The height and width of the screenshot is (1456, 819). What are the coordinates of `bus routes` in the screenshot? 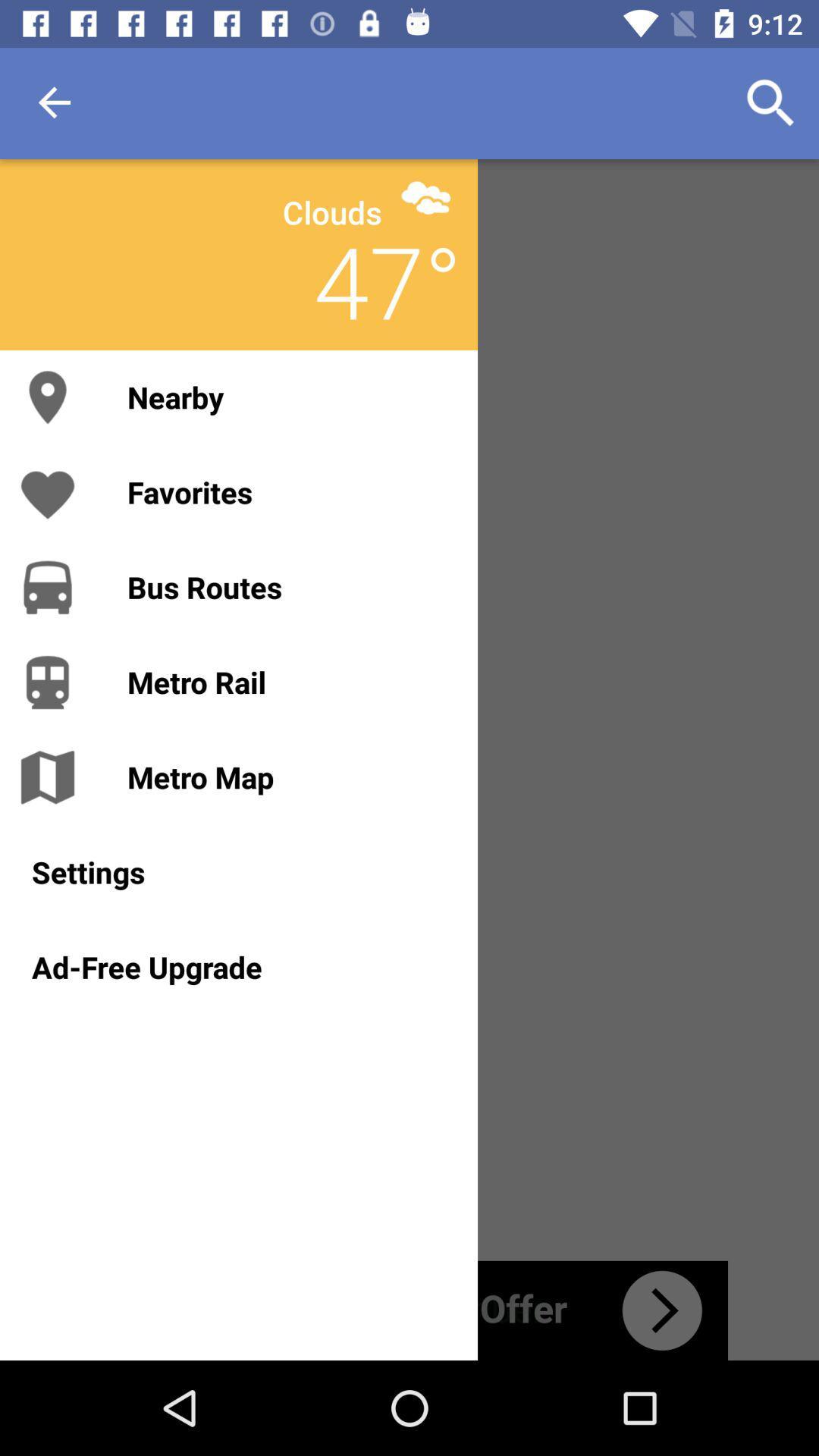 It's located at (287, 586).